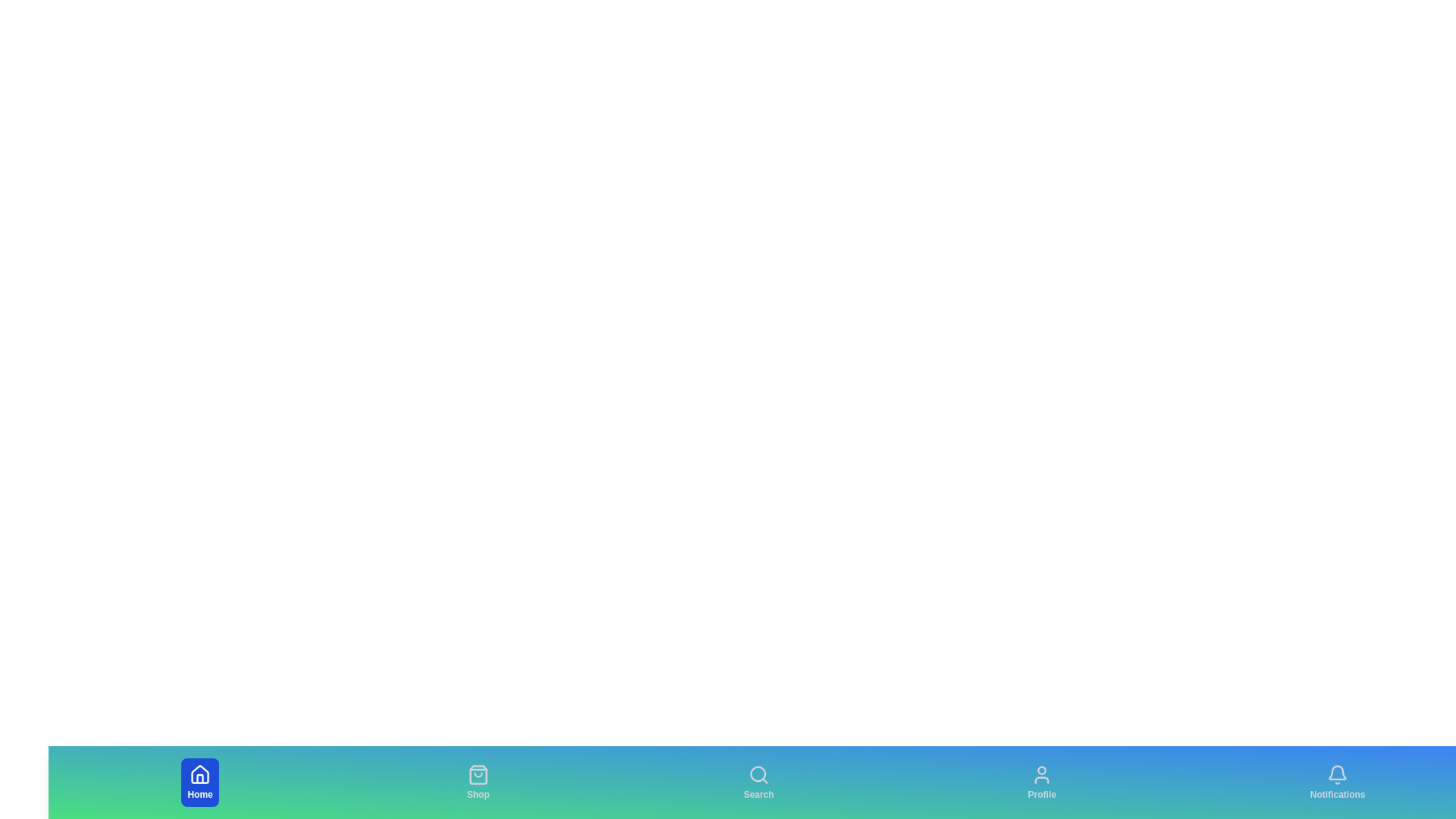  Describe the element at coordinates (1338, 783) in the screenshot. I see `the Notifications tab to select it` at that location.